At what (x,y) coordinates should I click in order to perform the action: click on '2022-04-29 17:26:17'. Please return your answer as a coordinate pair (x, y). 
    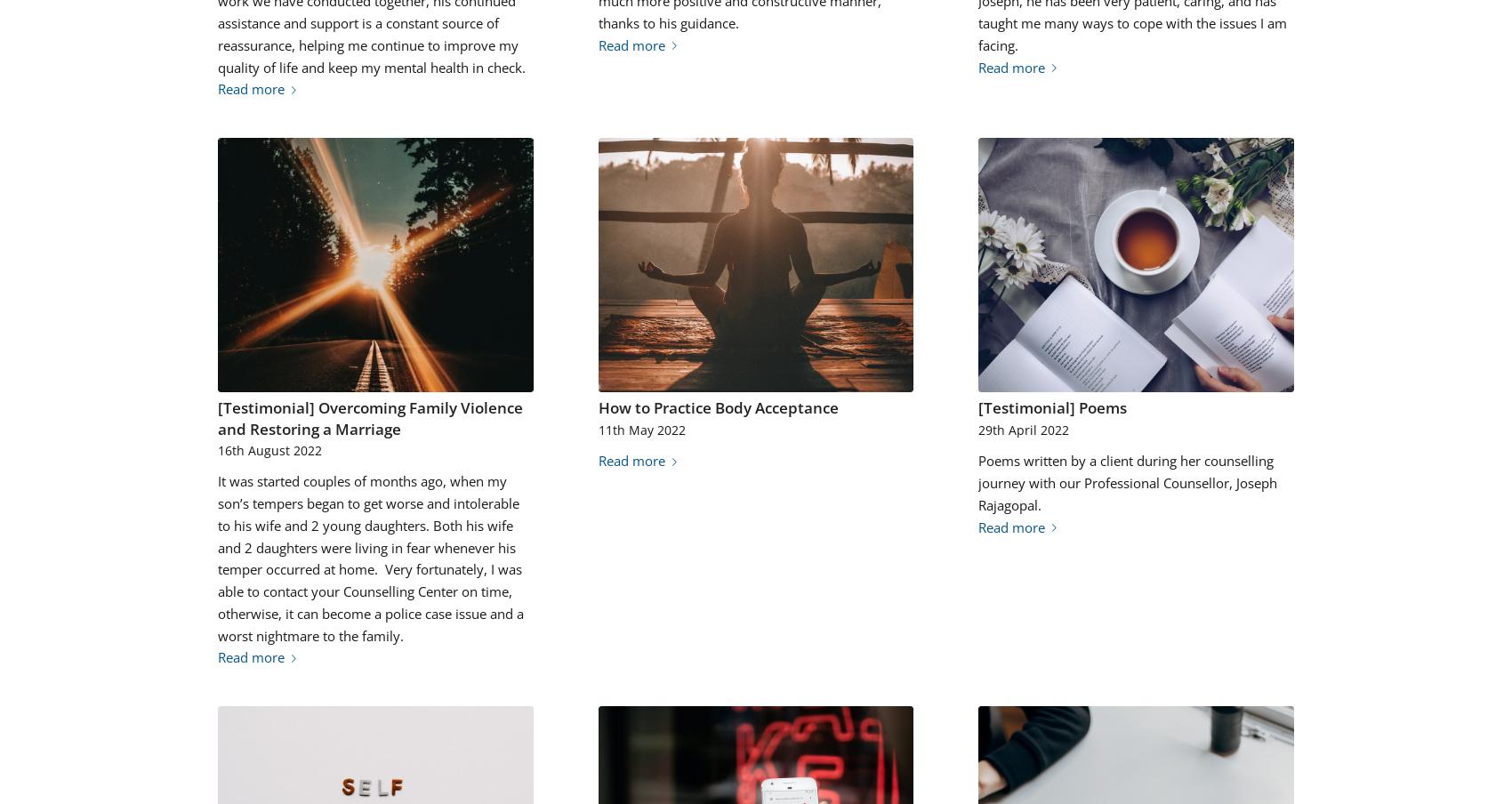
    Looking at the image, I should click on (1104, 290).